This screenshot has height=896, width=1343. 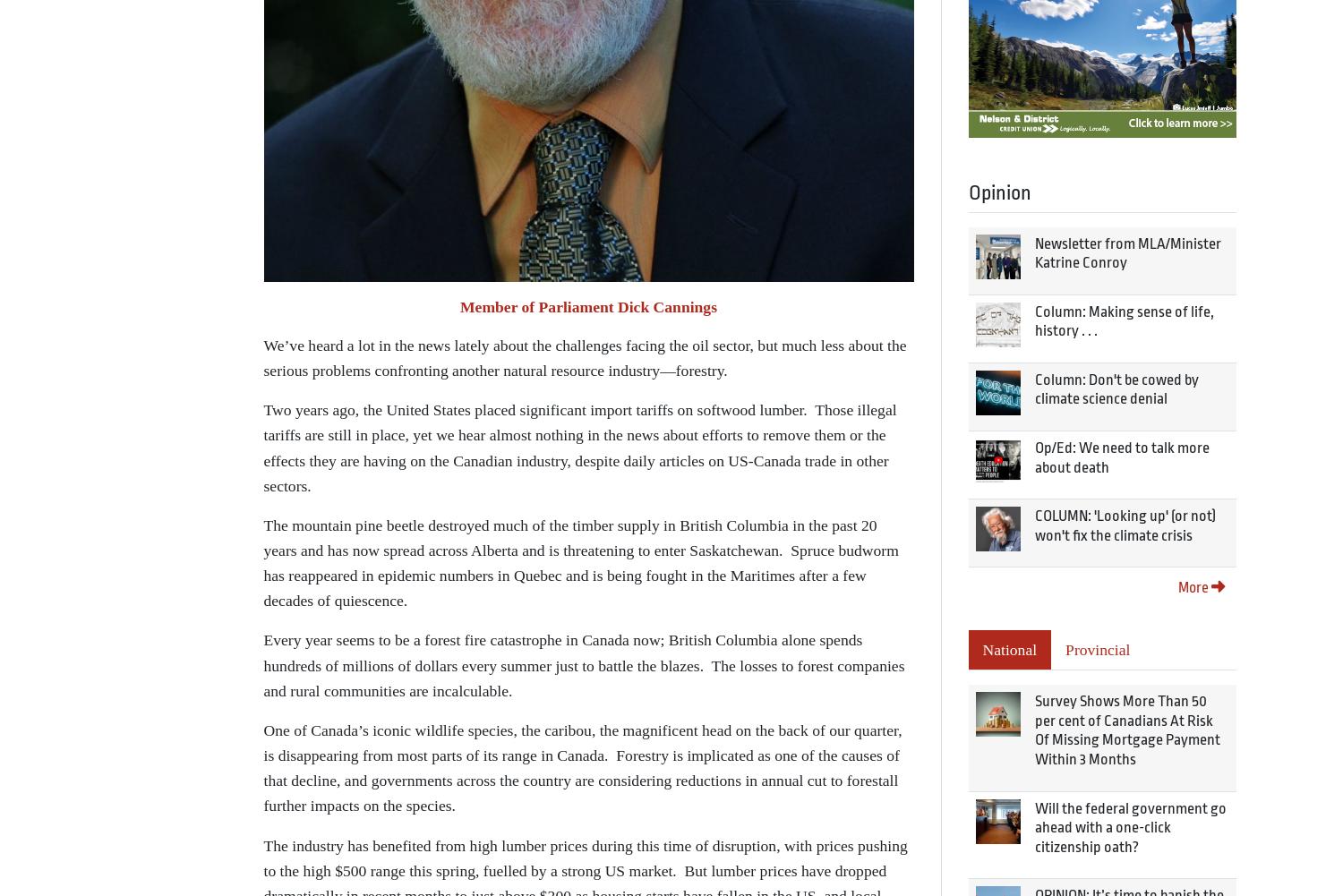 What do you see at coordinates (603, 529) in the screenshot?
I see `'Privacy Policy'` at bounding box center [603, 529].